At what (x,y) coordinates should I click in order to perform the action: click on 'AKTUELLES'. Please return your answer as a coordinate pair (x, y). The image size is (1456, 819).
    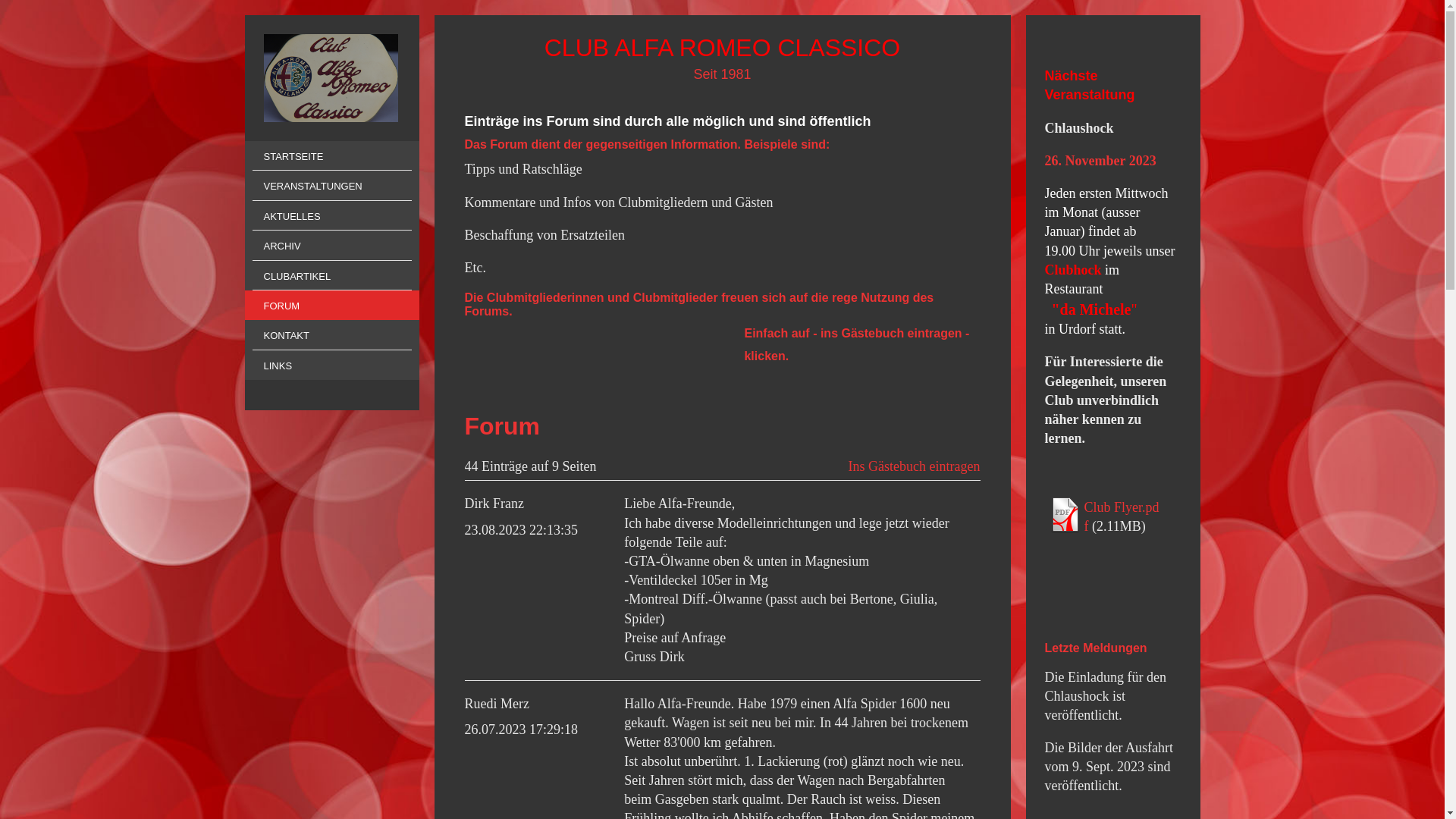
    Looking at the image, I should click on (330, 215).